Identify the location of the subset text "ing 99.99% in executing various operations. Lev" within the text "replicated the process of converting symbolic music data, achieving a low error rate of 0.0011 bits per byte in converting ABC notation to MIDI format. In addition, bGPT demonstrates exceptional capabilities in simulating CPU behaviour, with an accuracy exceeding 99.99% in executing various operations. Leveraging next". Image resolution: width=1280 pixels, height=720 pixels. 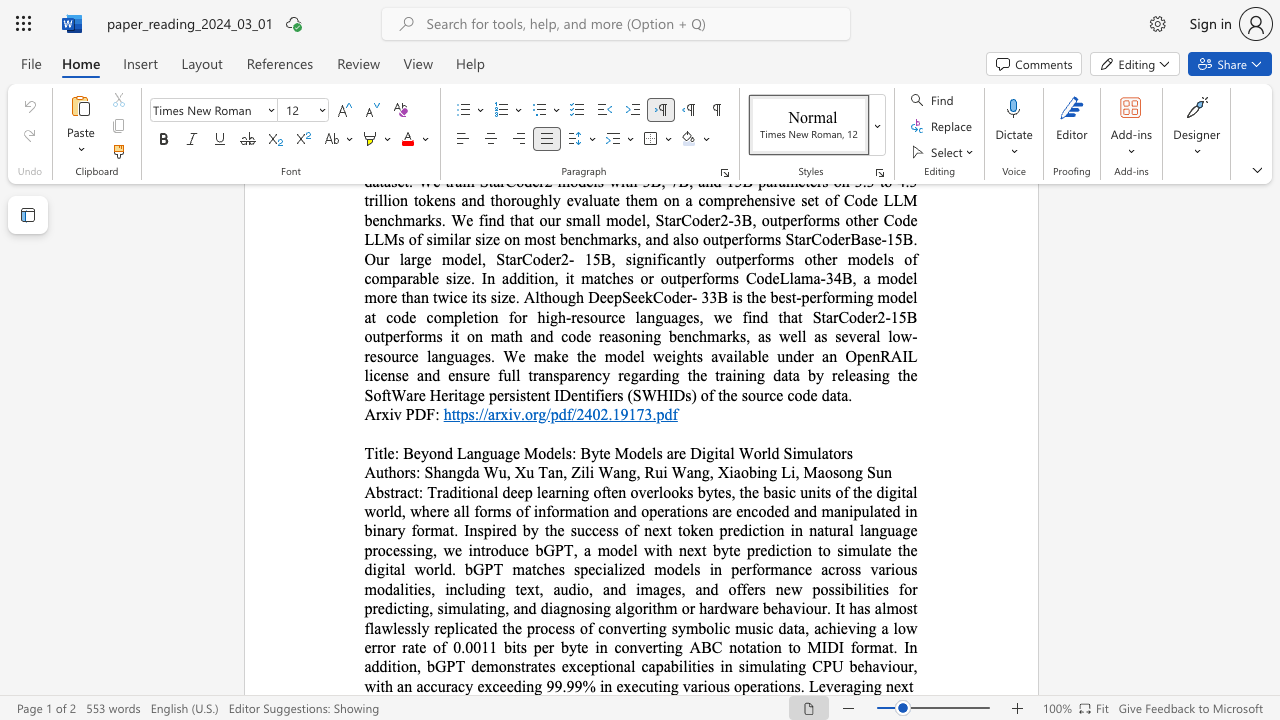
(521, 685).